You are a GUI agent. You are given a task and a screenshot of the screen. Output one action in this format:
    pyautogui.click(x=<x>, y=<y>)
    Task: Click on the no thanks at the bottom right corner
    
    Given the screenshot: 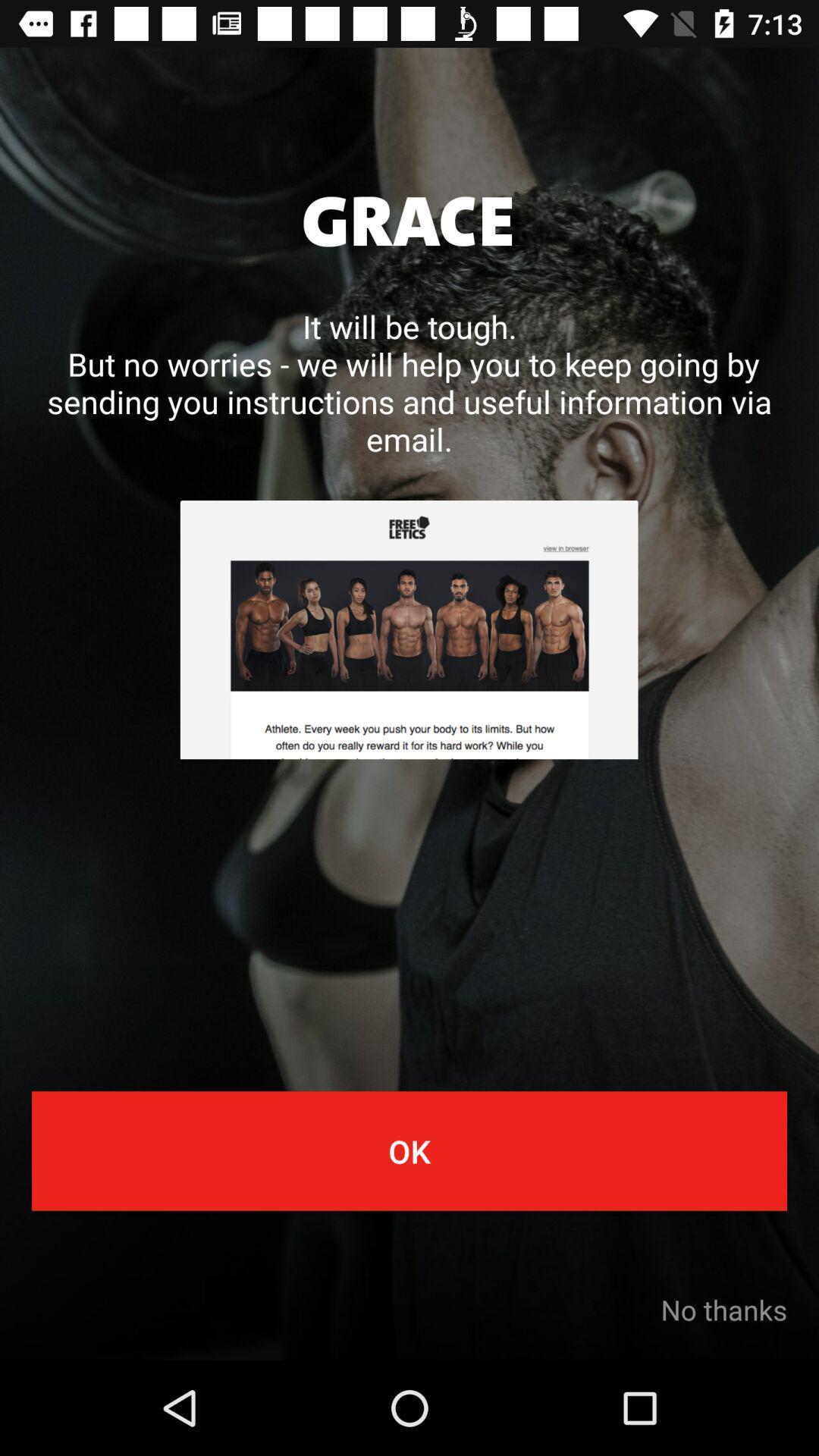 What is the action you would take?
    pyautogui.click(x=723, y=1309)
    